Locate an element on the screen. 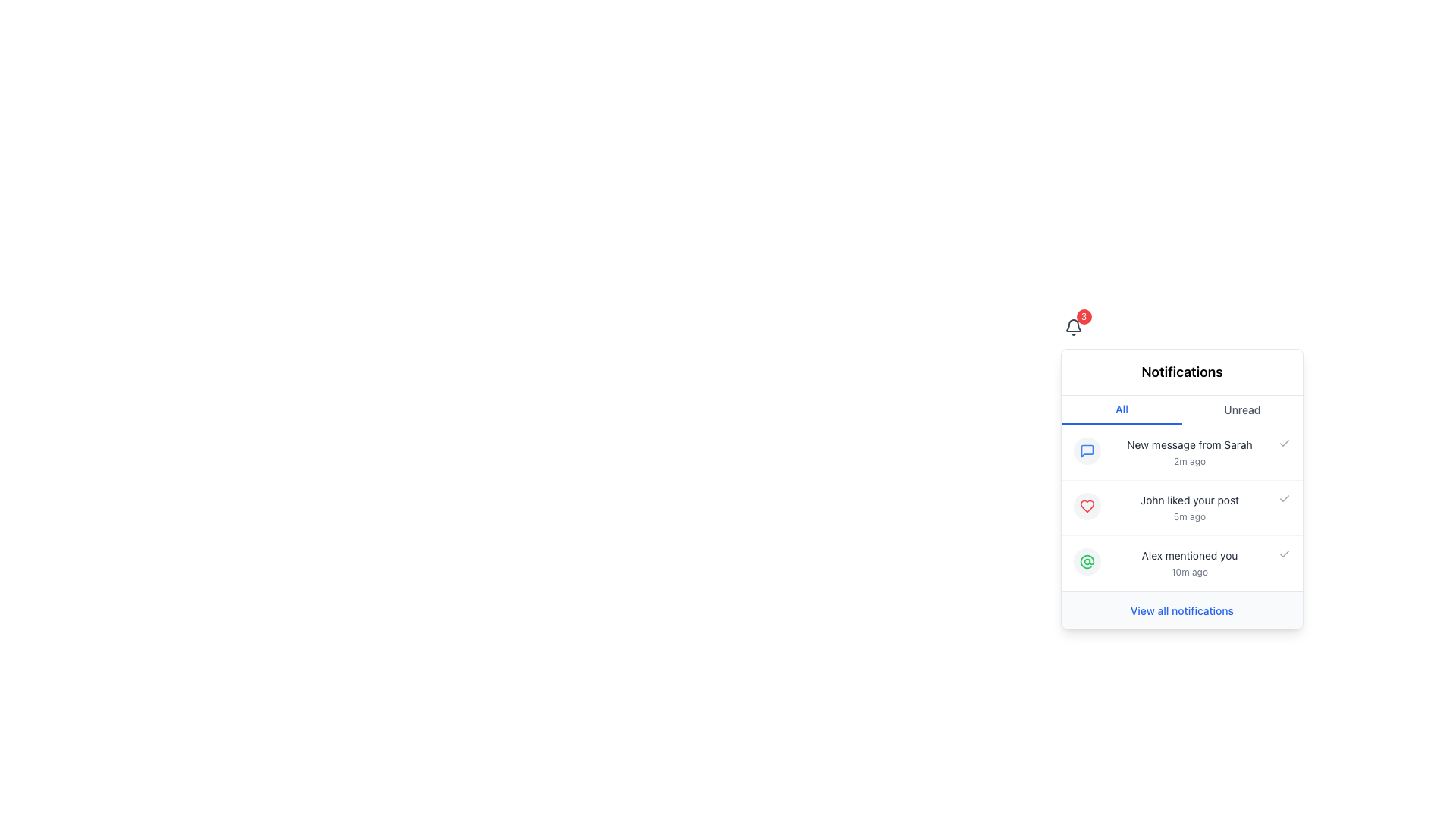 This screenshot has height=819, width=1456. the third notification in the dropdown that informs the user that Alex mentioned them, to perhaps show additional details is located at coordinates (1189, 563).